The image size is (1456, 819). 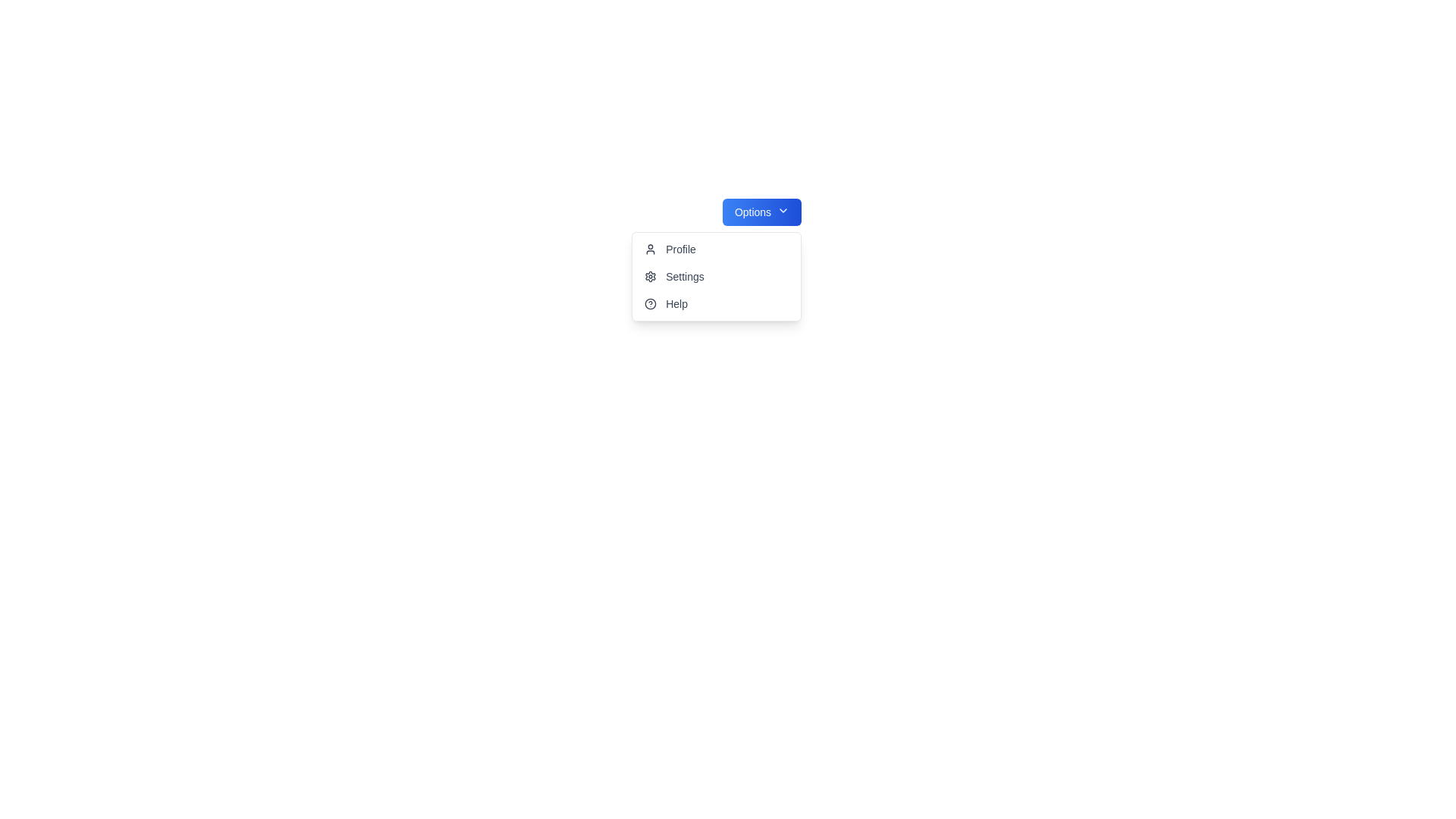 What do you see at coordinates (716, 277) in the screenshot?
I see `the 'Settings' menu item, which is the second item in the dropdown menu, located below 'Profile' and above 'Help'` at bounding box center [716, 277].